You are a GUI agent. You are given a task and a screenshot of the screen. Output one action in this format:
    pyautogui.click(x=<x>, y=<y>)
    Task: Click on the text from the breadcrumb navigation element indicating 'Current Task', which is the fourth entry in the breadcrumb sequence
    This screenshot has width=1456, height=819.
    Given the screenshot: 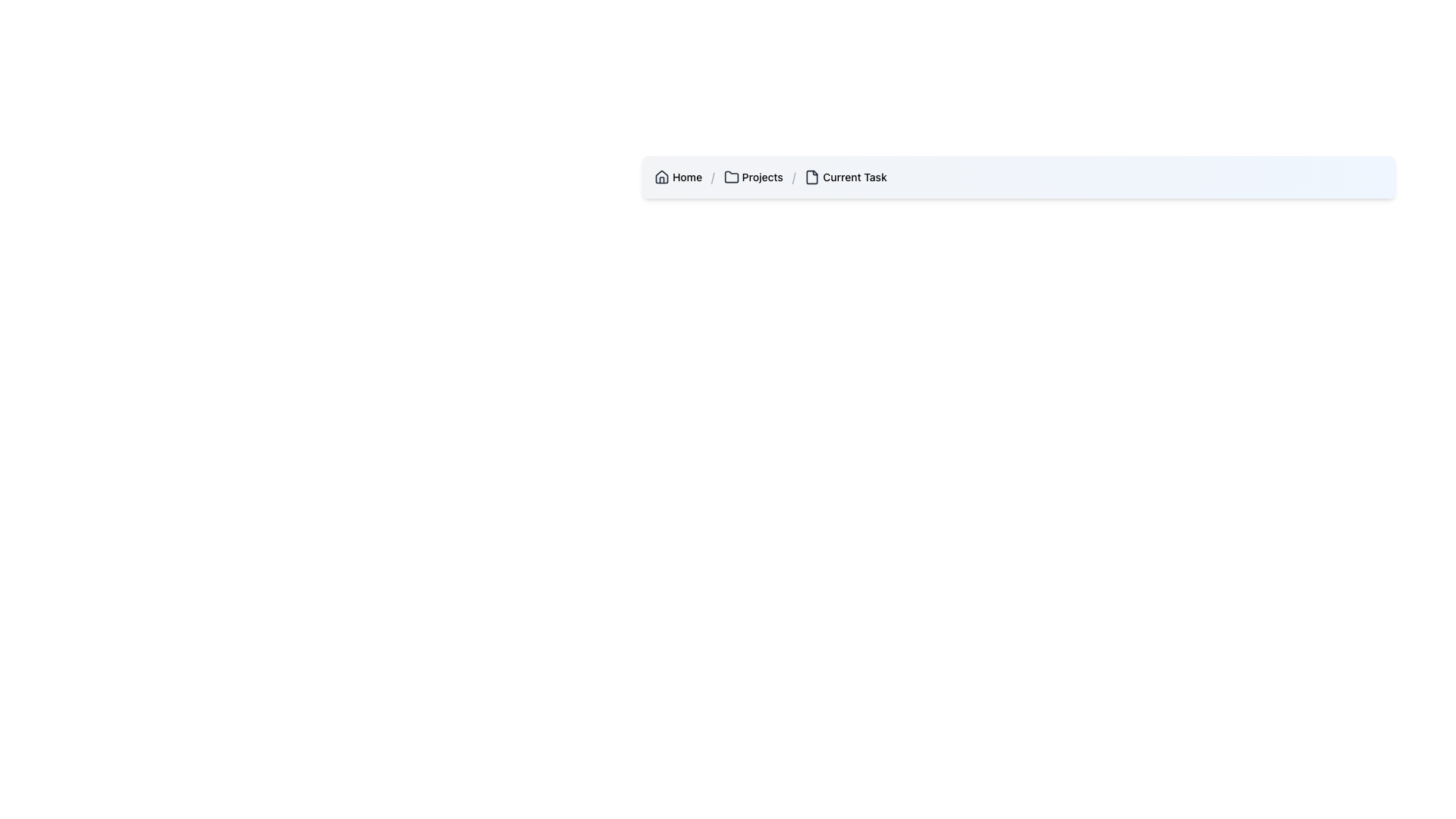 What is the action you would take?
    pyautogui.click(x=845, y=177)
    